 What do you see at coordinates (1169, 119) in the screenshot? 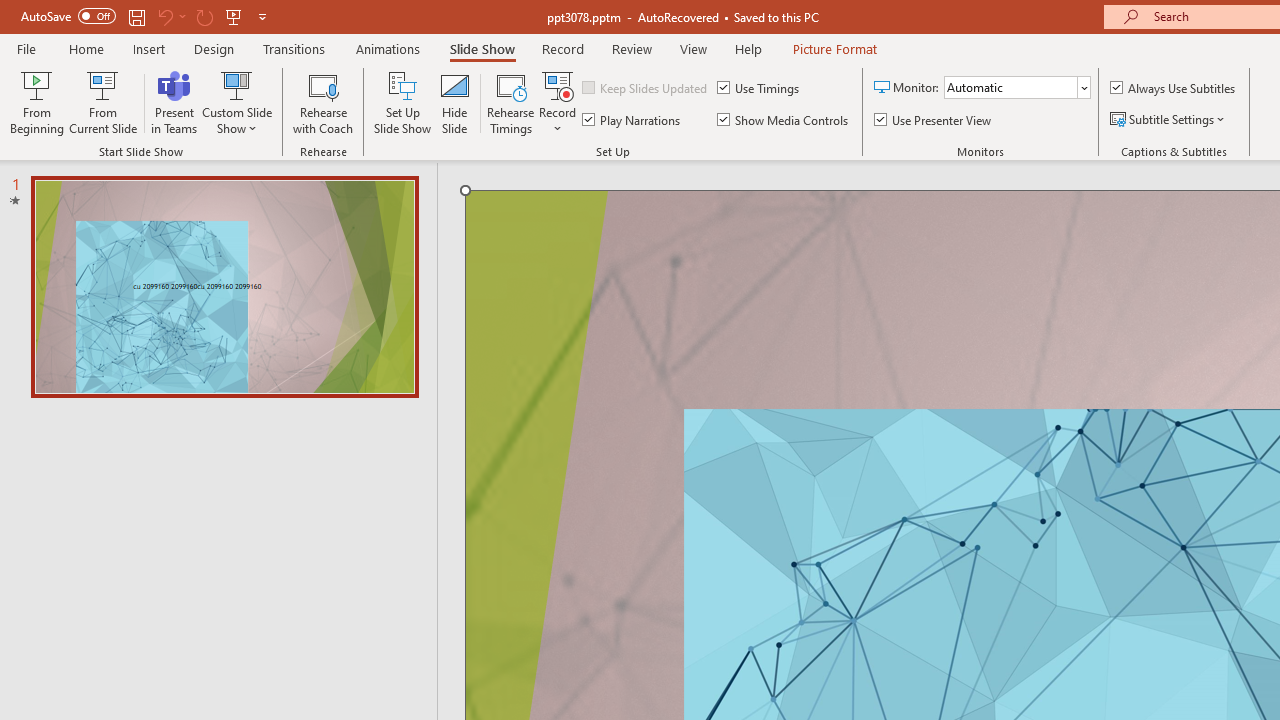
I see `'Subtitle Settings'` at bounding box center [1169, 119].